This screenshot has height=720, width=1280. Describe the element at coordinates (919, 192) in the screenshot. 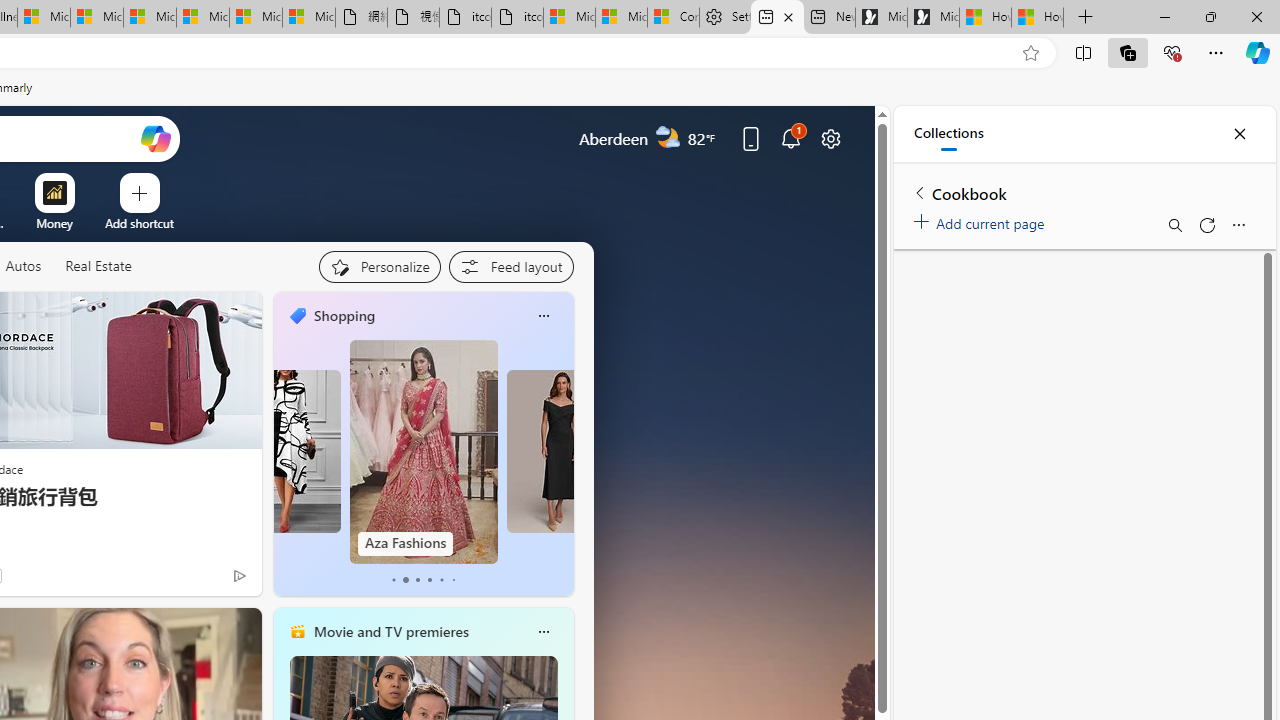

I see `'Back to list of collections'` at that location.